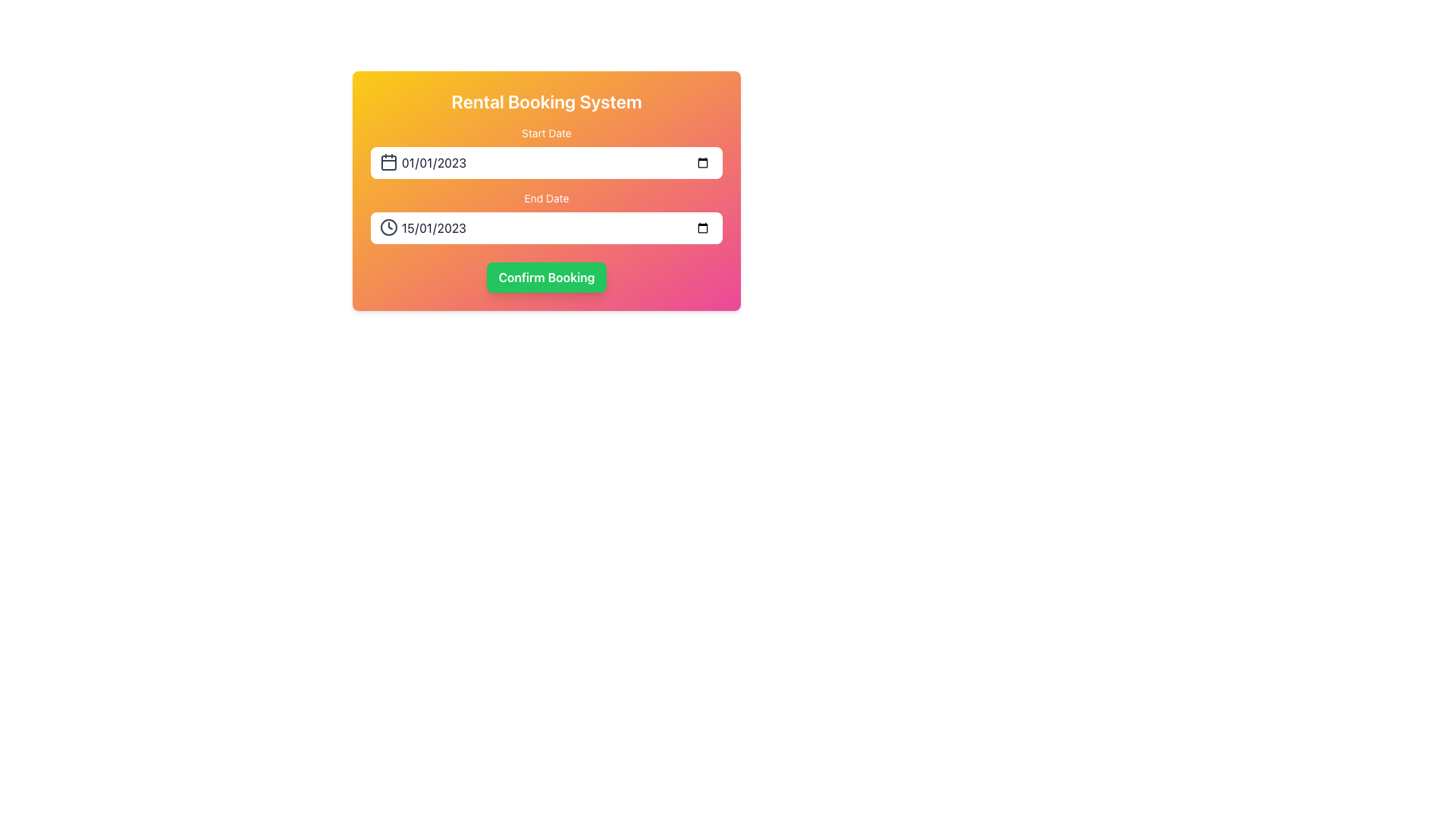 The height and width of the screenshot is (819, 1456). Describe the element at coordinates (389, 227) in the screenshot. I see `the clock icon located at the very left inside the 'End Date' input field of the second date selection row, which indicates a time-selection feature` at that location.